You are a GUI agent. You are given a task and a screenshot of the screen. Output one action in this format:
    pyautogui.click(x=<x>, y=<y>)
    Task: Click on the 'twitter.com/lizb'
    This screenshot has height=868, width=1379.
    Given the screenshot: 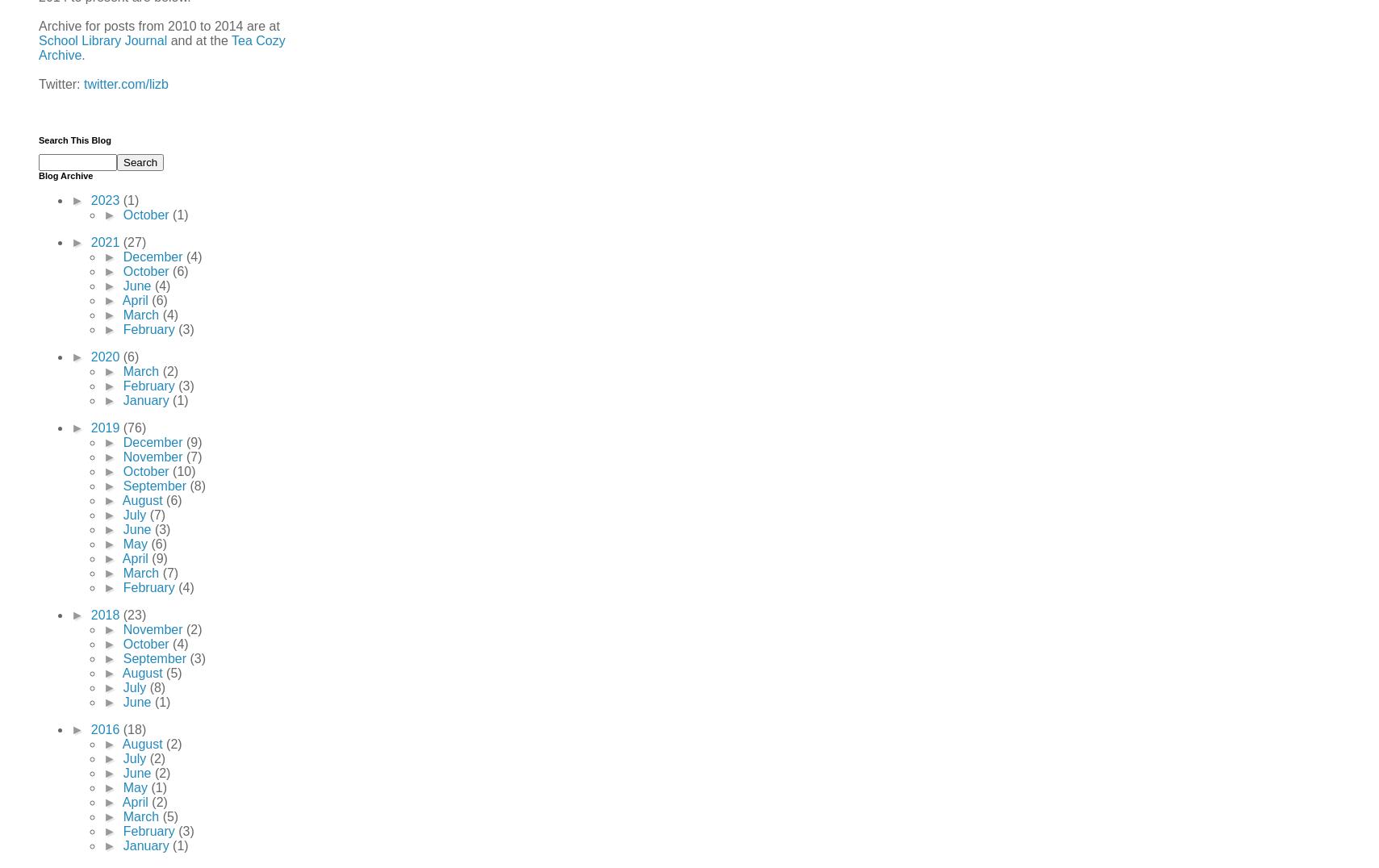 What is the action you would take?
    pyautogui.click(x=125, y=82)
    